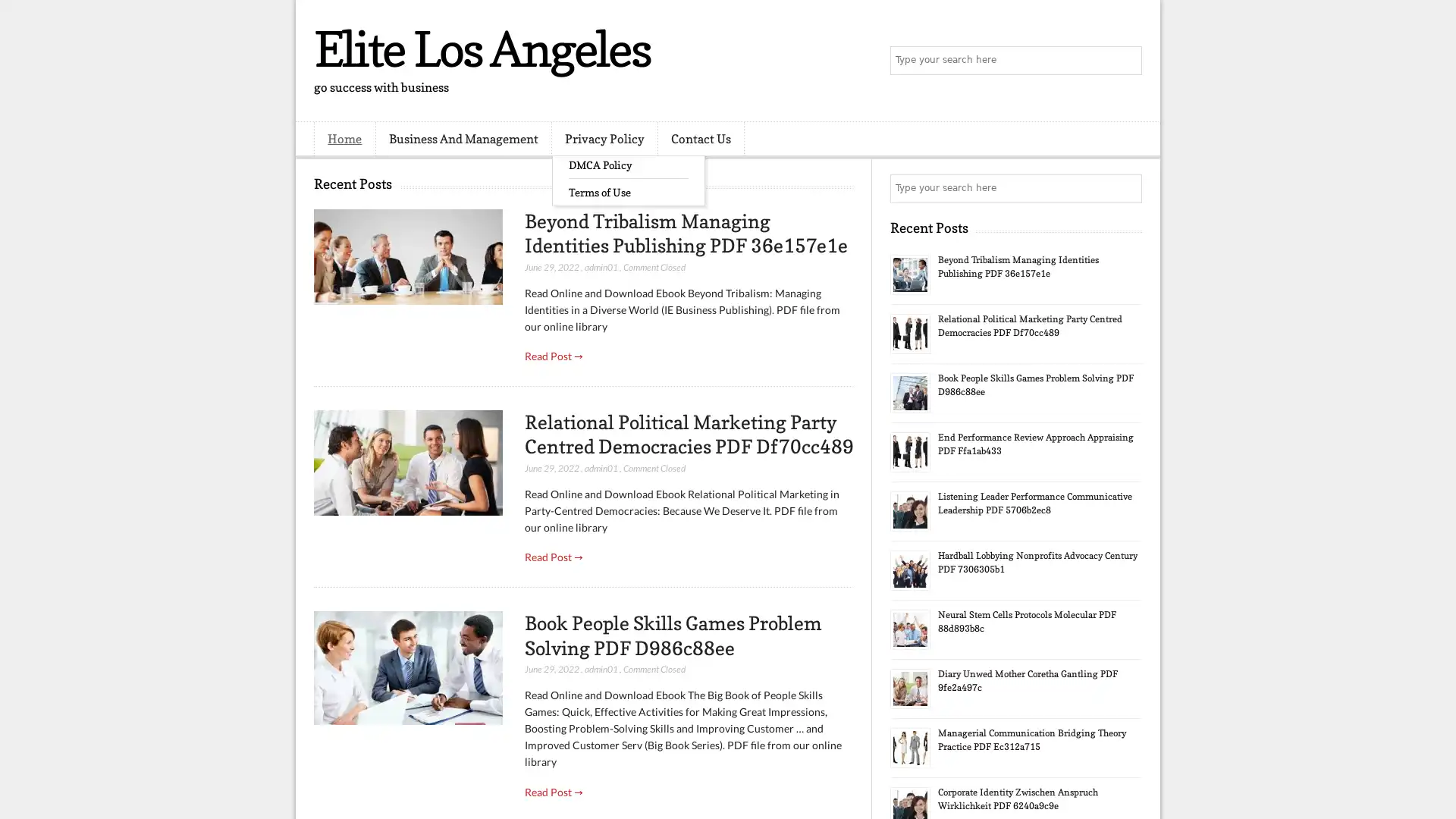 The width and height of the screenshot is (1456, 819). What do you see at coordinates (1126, 188) in the screenshot?
I see `Search` at bounding box center [1126, 188].